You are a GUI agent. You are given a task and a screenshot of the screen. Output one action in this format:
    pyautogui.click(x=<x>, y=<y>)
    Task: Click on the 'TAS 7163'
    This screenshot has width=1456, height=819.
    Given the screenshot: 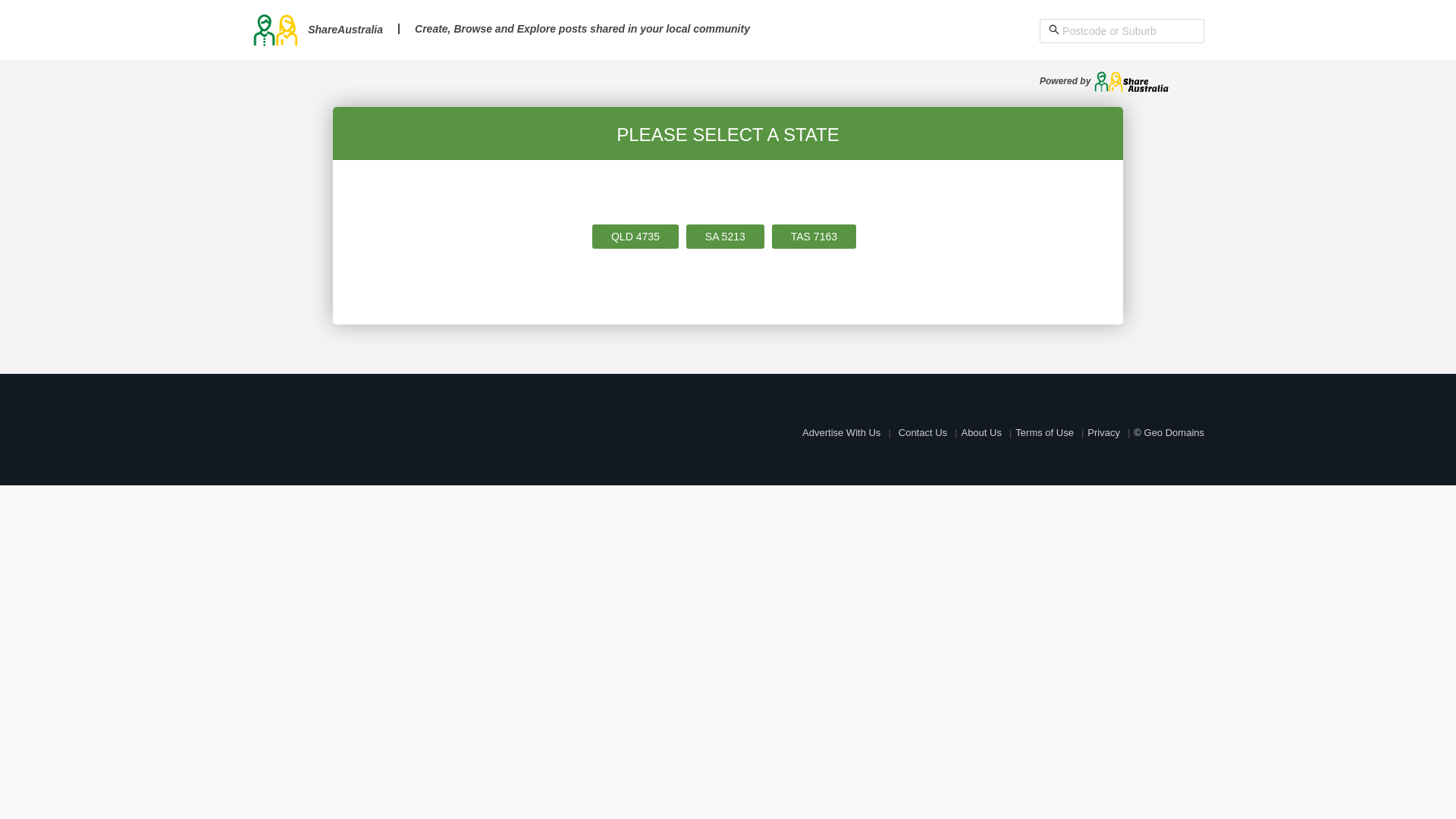 What is the action you would take?
    pyautogui.click(x=771, y=237)
    